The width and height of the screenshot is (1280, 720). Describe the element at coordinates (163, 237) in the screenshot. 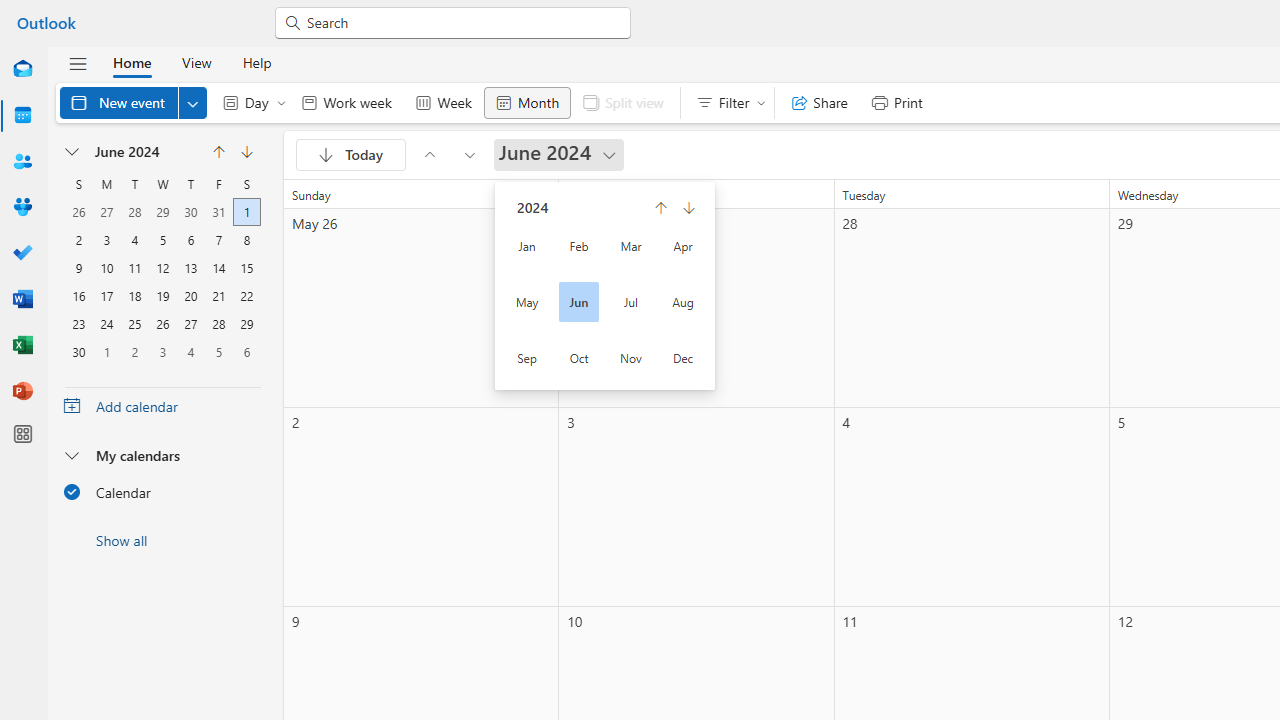

I see `'5, June, 2024'` at that location.